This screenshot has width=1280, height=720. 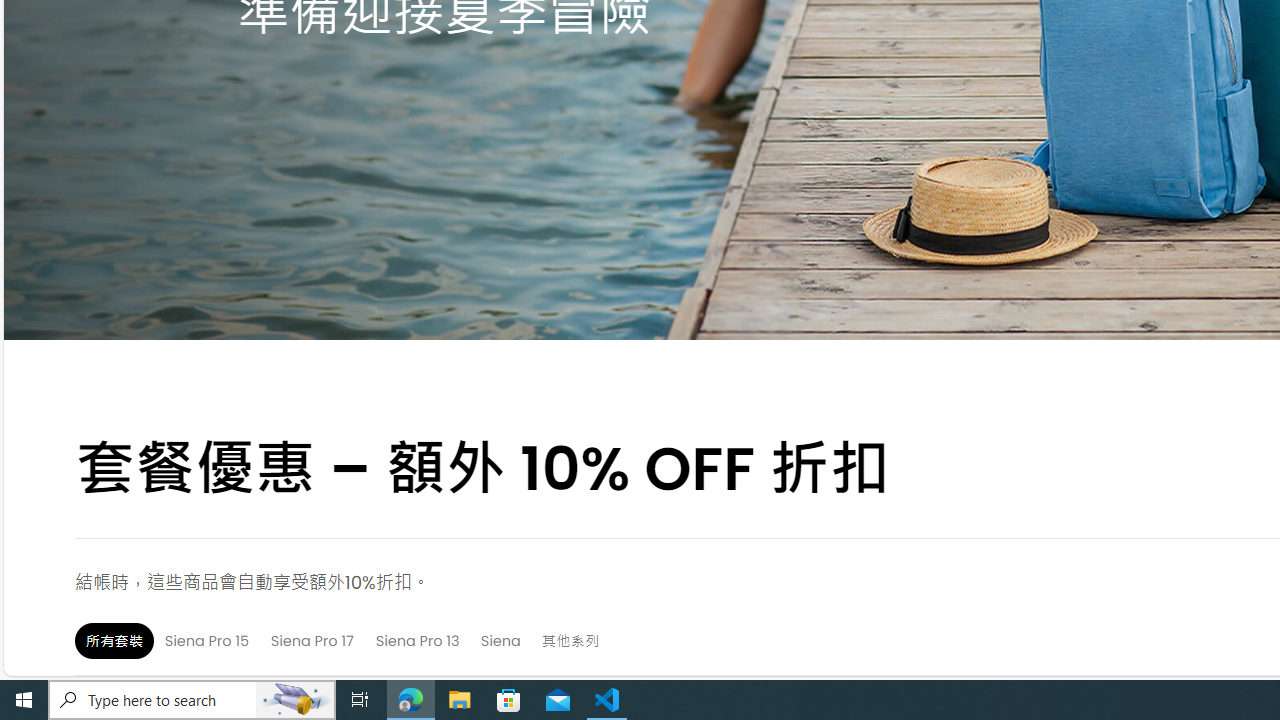 I want to click on 'Siena Pro 15', so click(x=206, y=640).